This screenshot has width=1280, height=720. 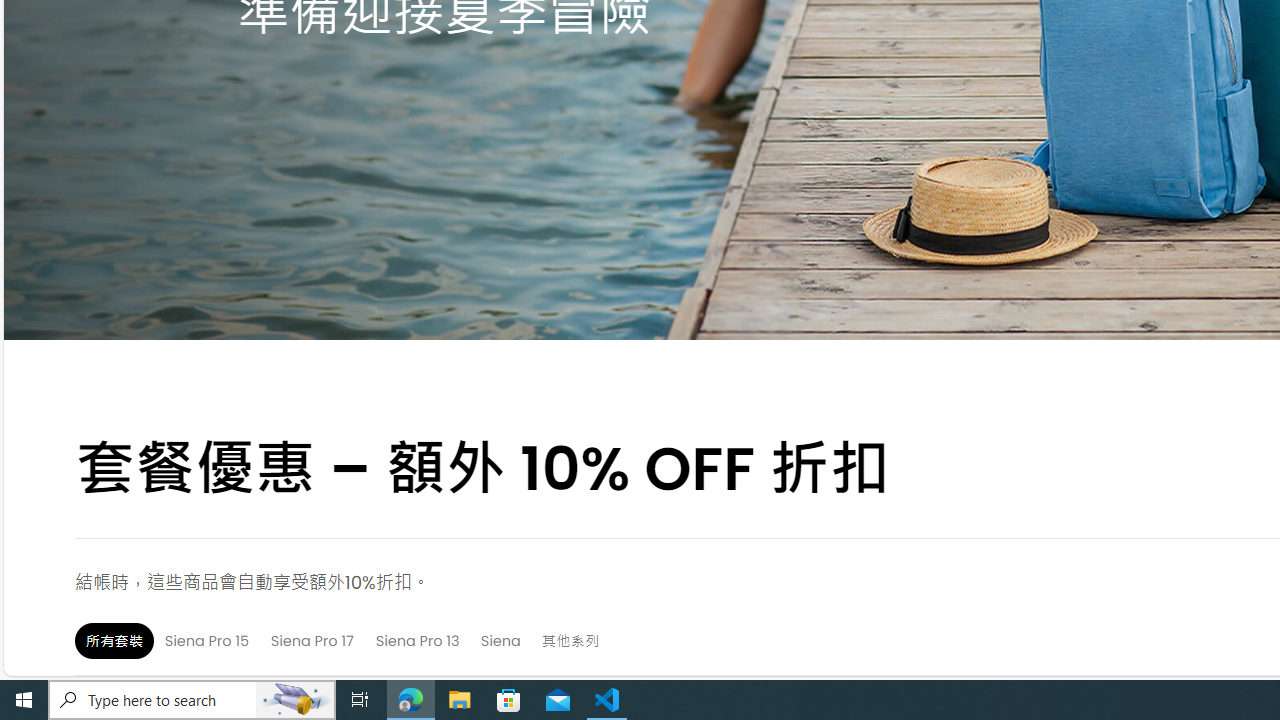 I want to click on 'Siena Pro 15', so click(x=206, y=640).